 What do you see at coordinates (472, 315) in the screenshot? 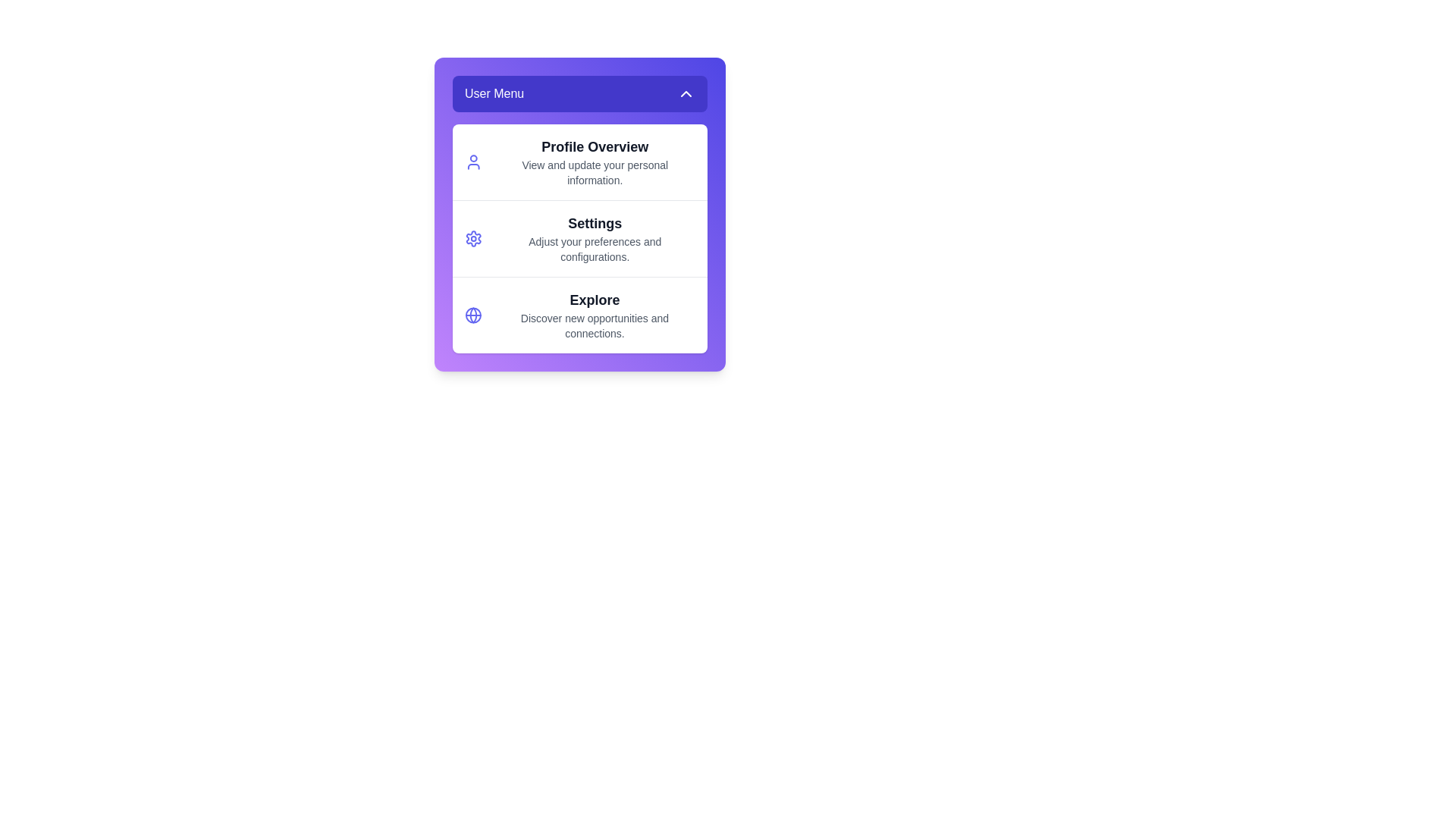
I see `the globe icon representing the 'Explore' section, which is located to the left of the 'Explore' header text in the user menu panel` at bounding box center [472, 315].